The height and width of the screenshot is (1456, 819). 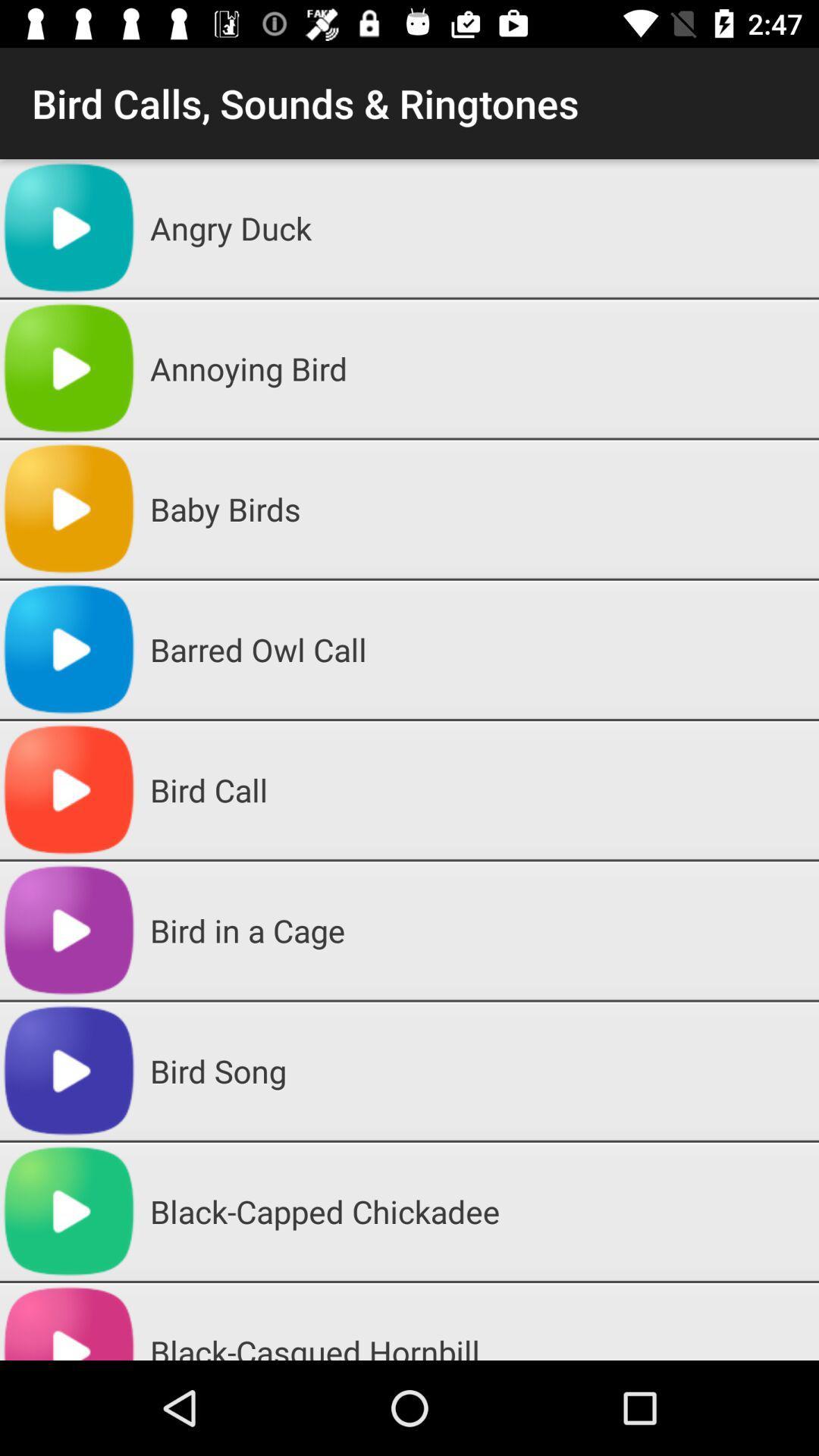 I want to click on angry duck, so click(x=479, y=227).